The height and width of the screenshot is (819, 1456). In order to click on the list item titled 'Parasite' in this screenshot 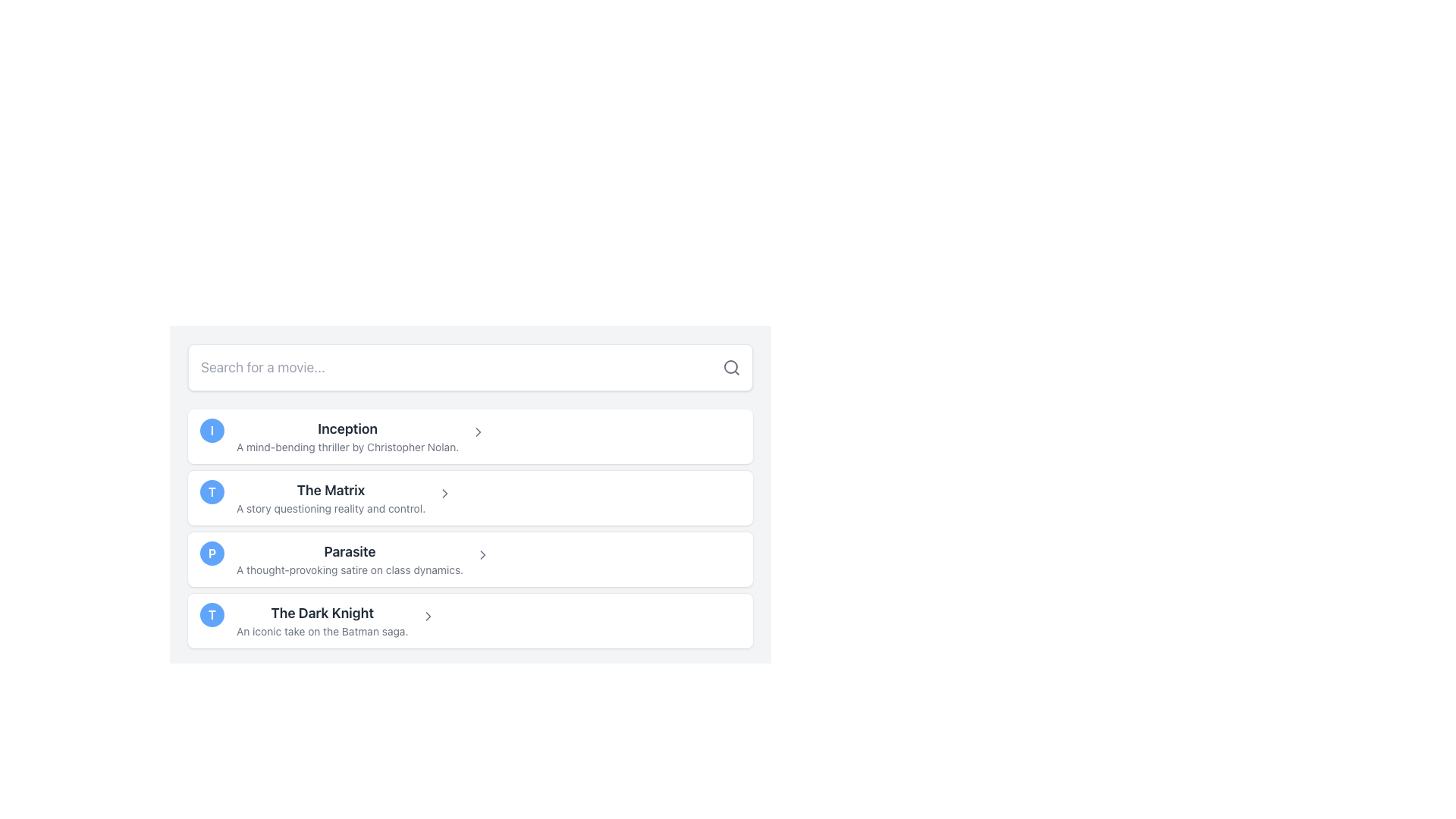, I will do `click(469, 559)`.